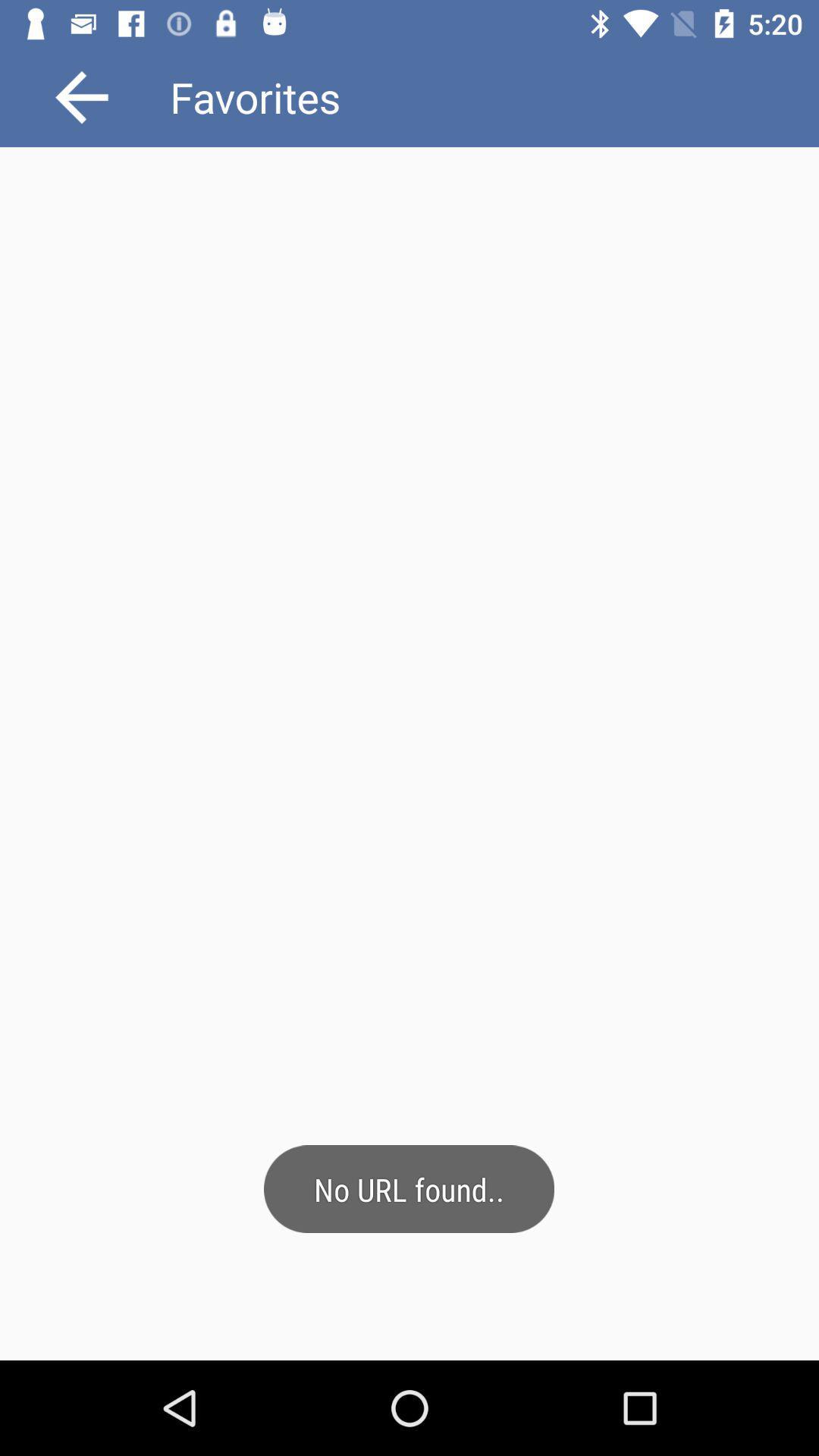 This screenshot has height=1456, width=819. Describe the element at coordinates (82, 96) in the screenshot. I see `back puttern` at that location.